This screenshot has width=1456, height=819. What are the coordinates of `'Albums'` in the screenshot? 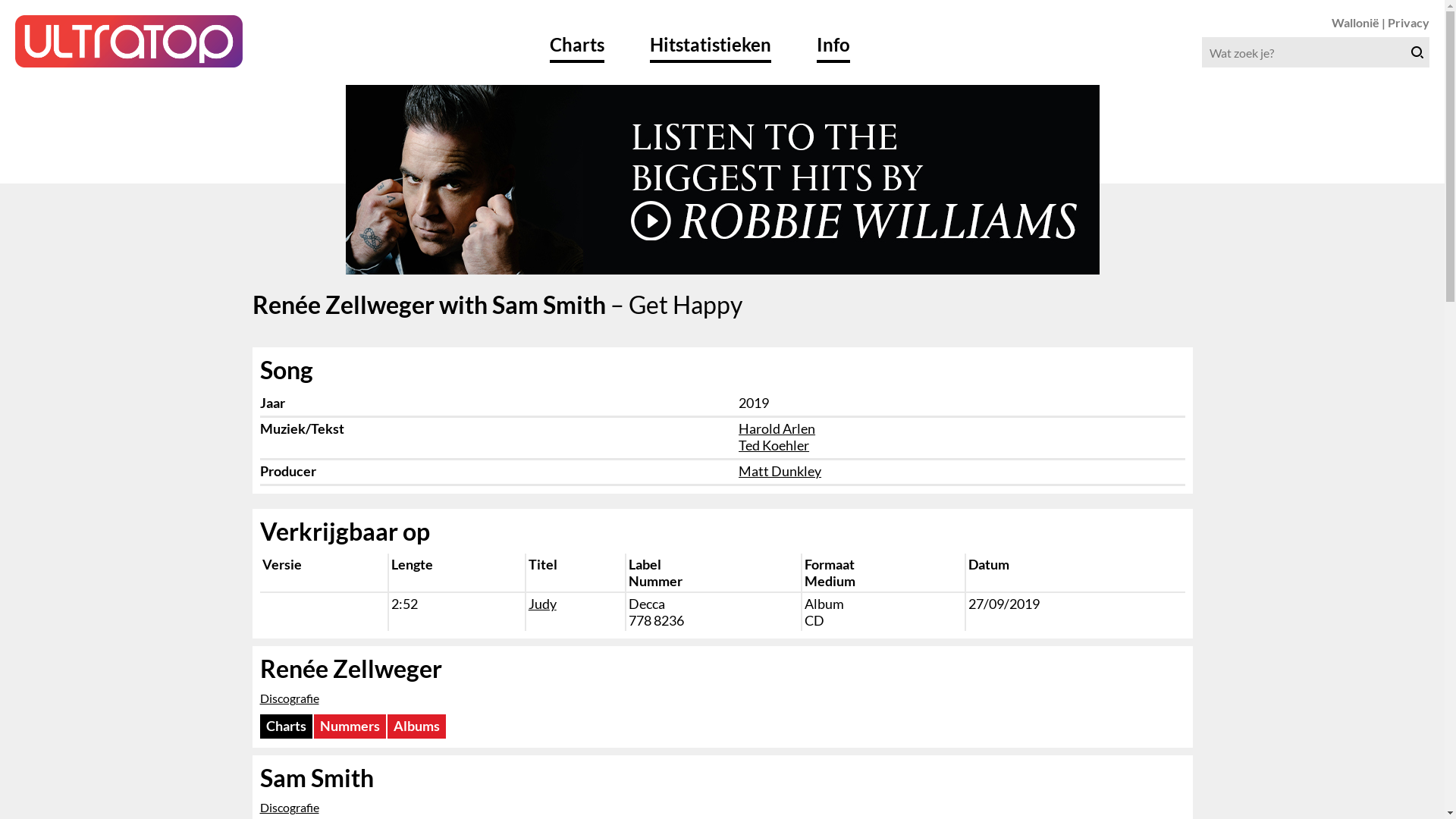 It's located at (416, 725).